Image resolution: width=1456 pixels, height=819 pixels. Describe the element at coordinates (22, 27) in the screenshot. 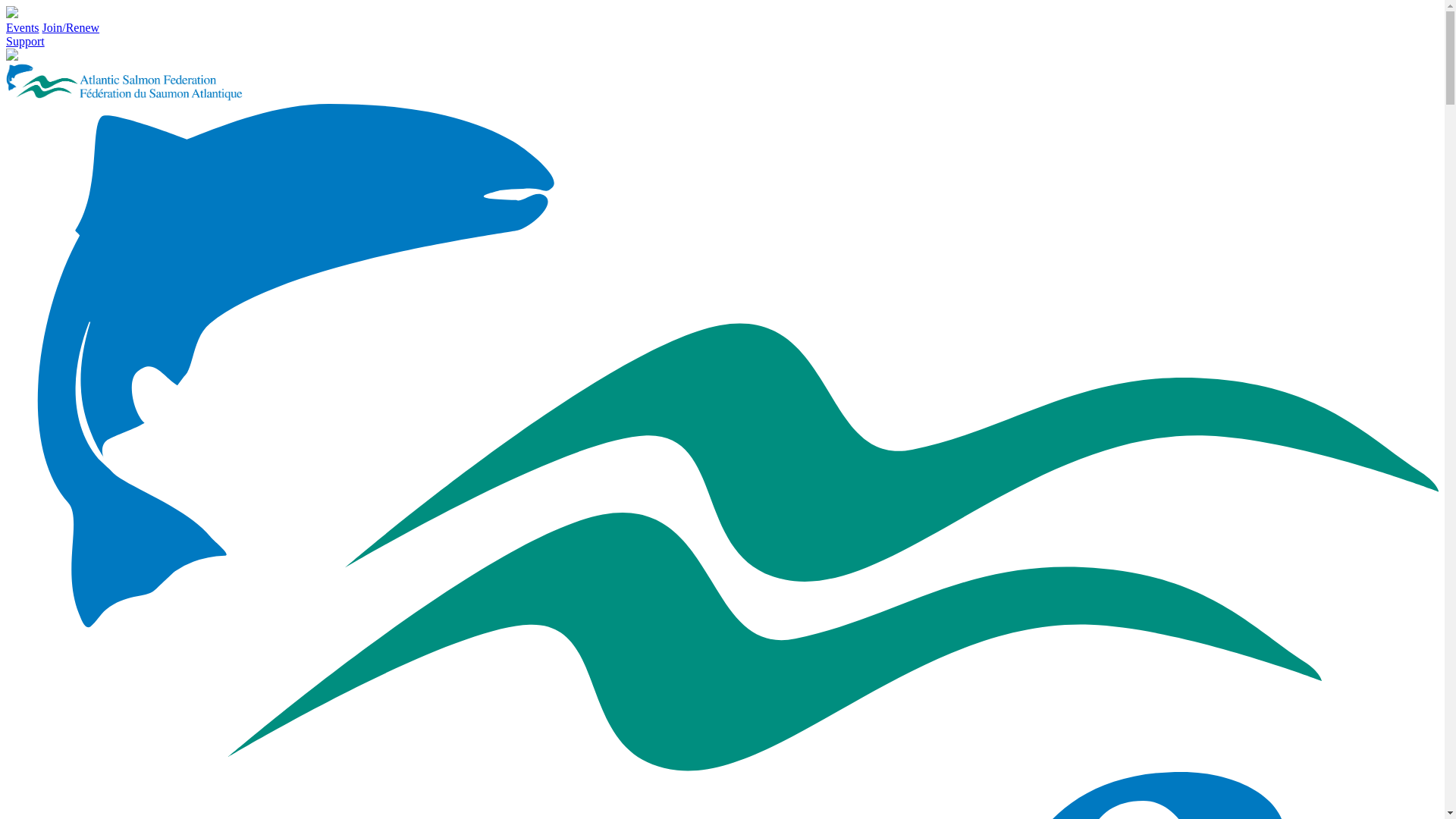

I see `'Events'` at that location.